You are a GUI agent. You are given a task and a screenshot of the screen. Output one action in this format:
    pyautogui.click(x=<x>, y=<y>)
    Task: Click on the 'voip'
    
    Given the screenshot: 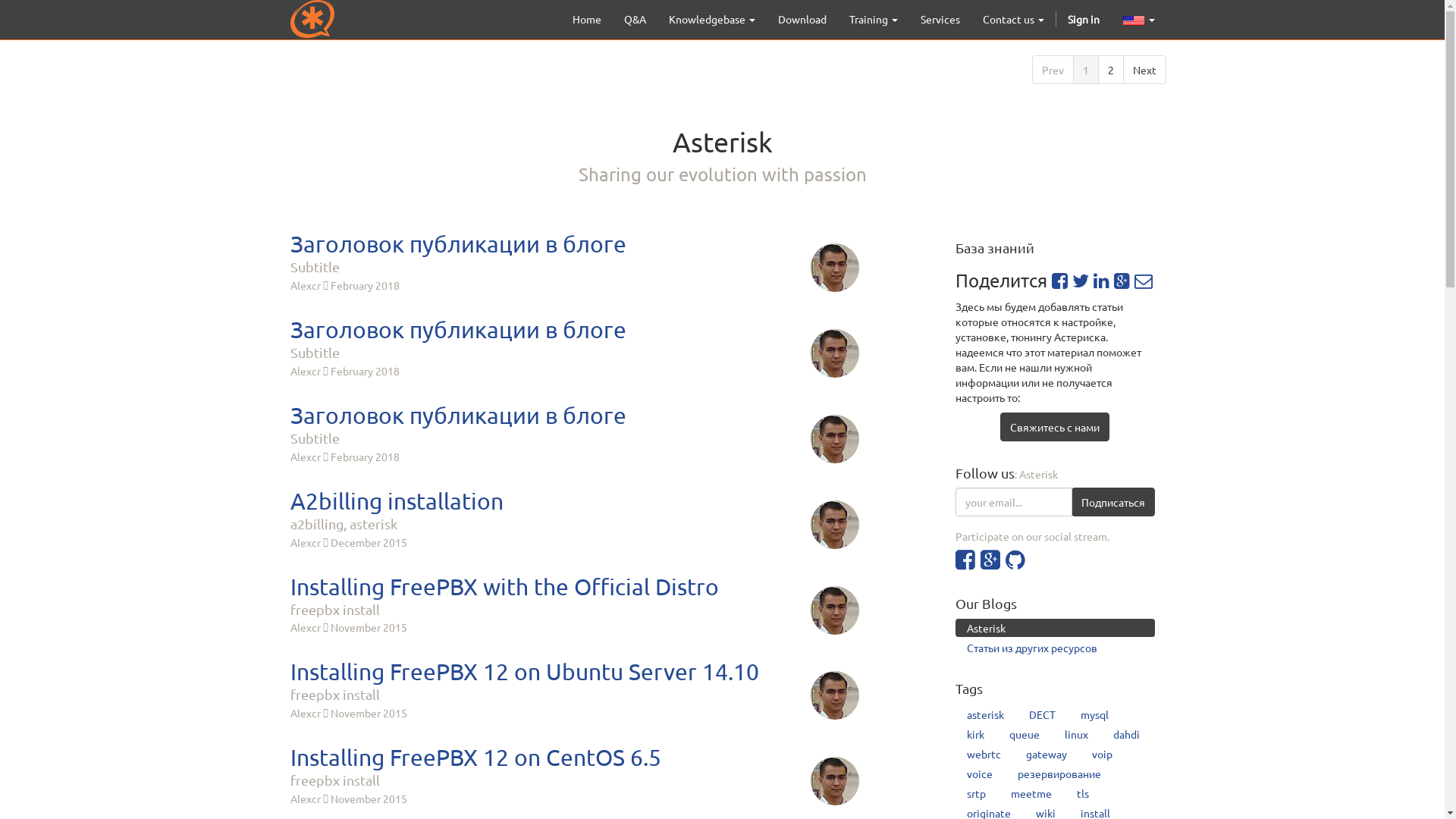 What is the action you would take?
    pyautogui.click(x=1102, y=754)
    